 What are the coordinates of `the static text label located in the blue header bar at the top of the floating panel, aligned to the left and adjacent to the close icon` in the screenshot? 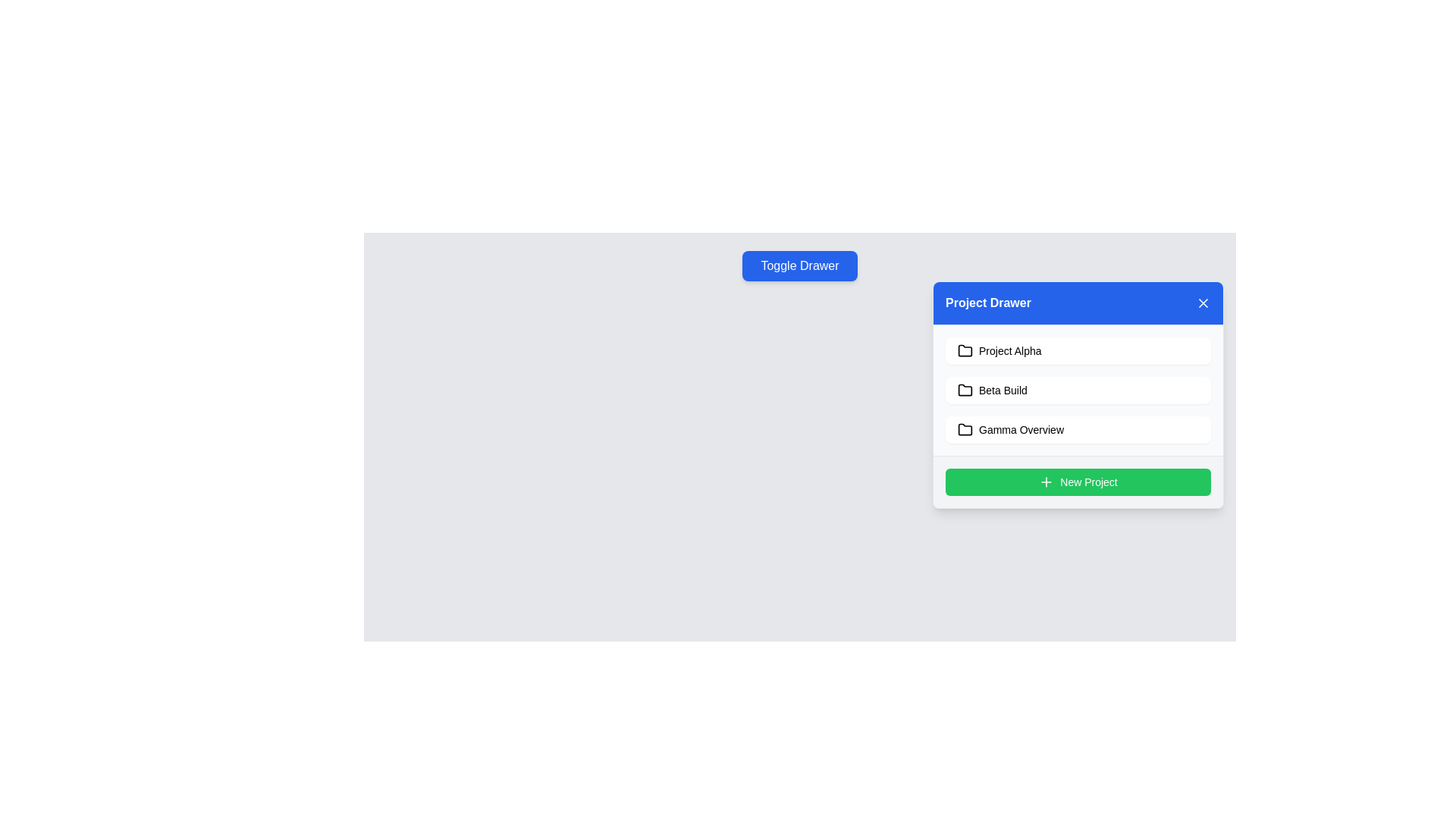 It's located at (988, 303).